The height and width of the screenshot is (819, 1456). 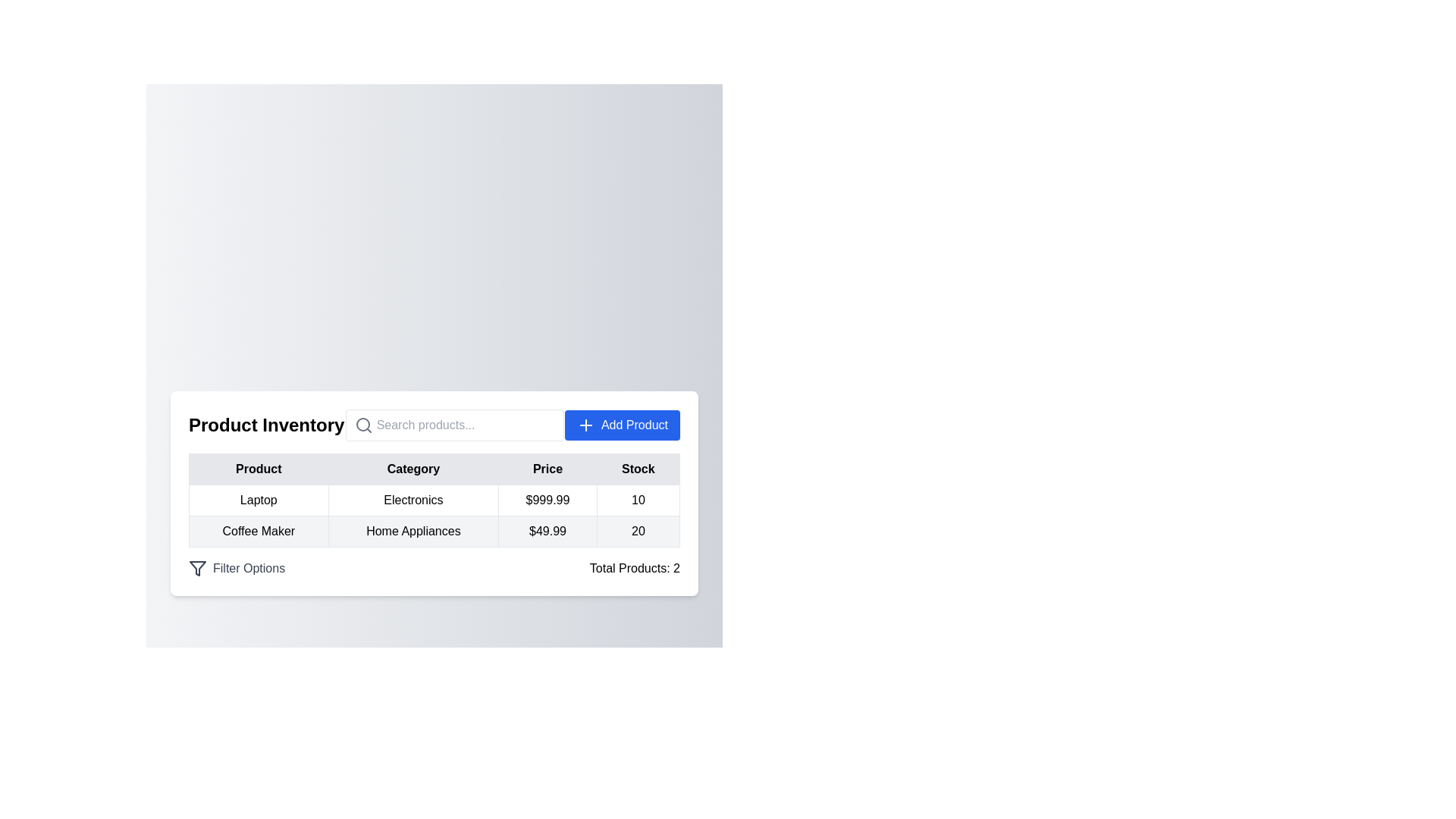 I want to click on the 'Add Product' button located to the far right of the 'Product Inventory' header, so click(x=622, y=425).